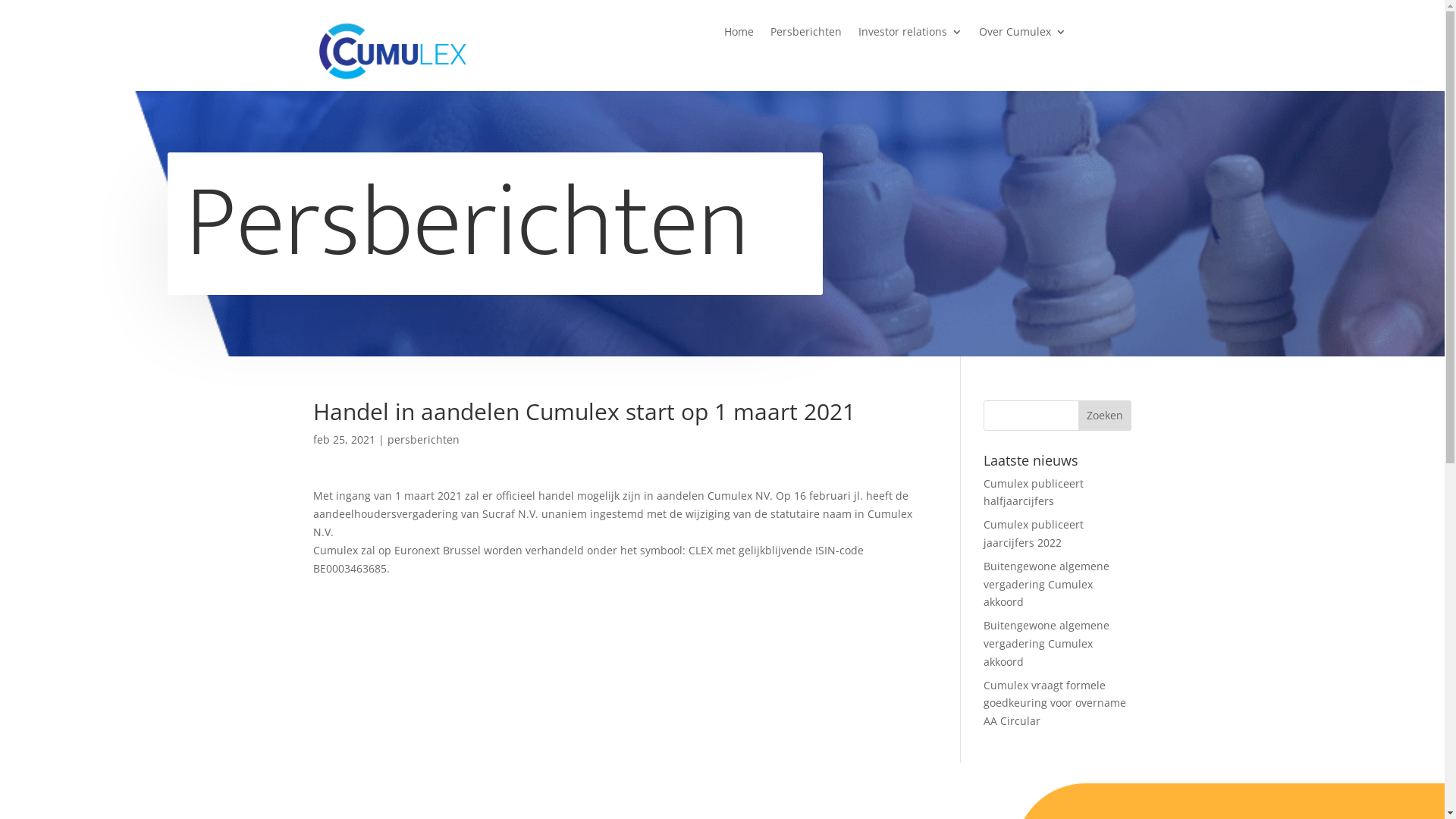  Describe the element at coordinates (739, 34) in the screenshot. I see `'Home'` at that location.